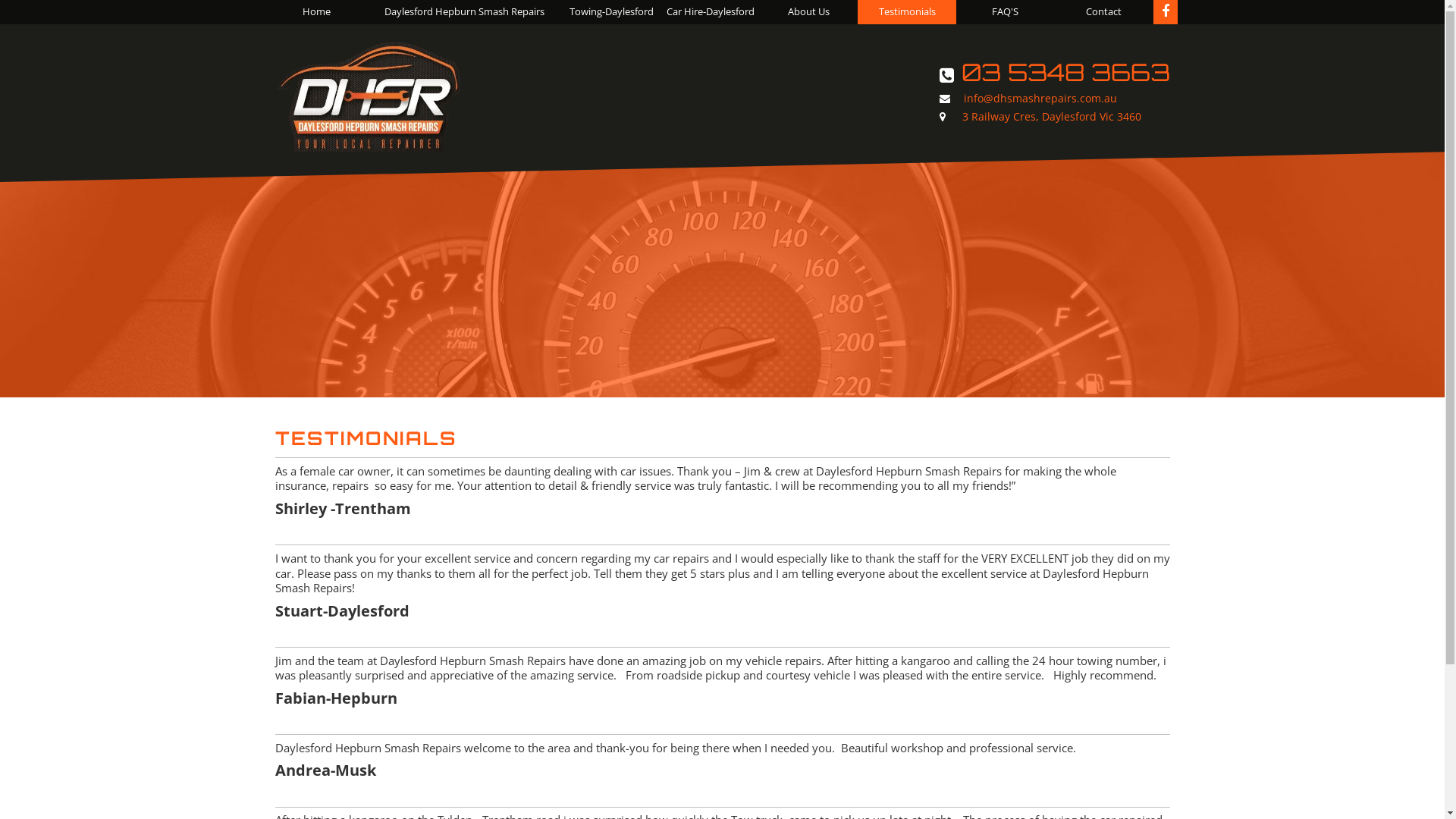  What do you see at coordinates (759, 11) in the screenshot?
I see `'About Us'` at bounding box center [759, 11].